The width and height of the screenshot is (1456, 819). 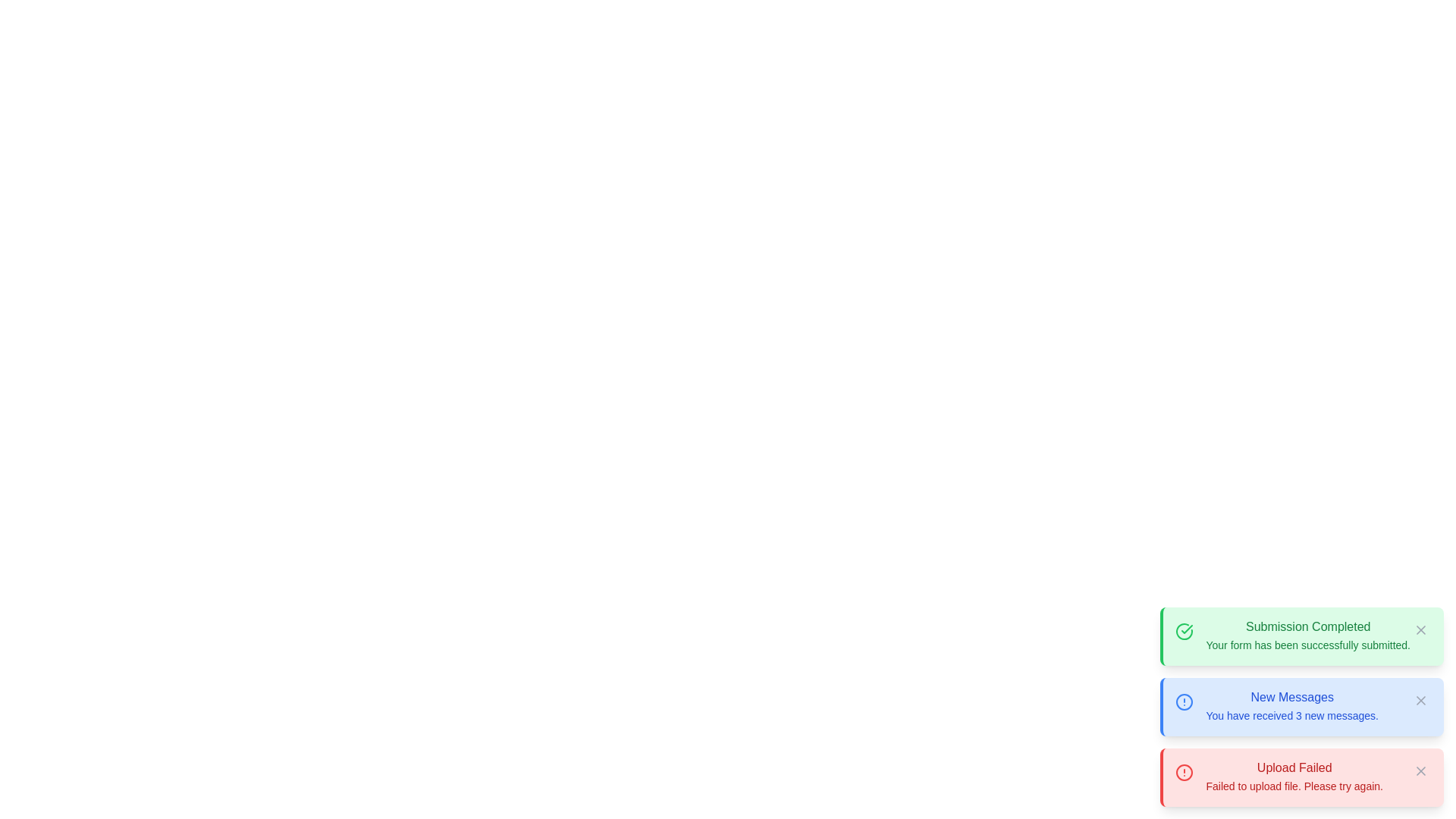 I want to click on the small, circular close button with an 'X' icon on the right side of the 'Upload Failed' notification message bar, so click(x=1420, y=771).